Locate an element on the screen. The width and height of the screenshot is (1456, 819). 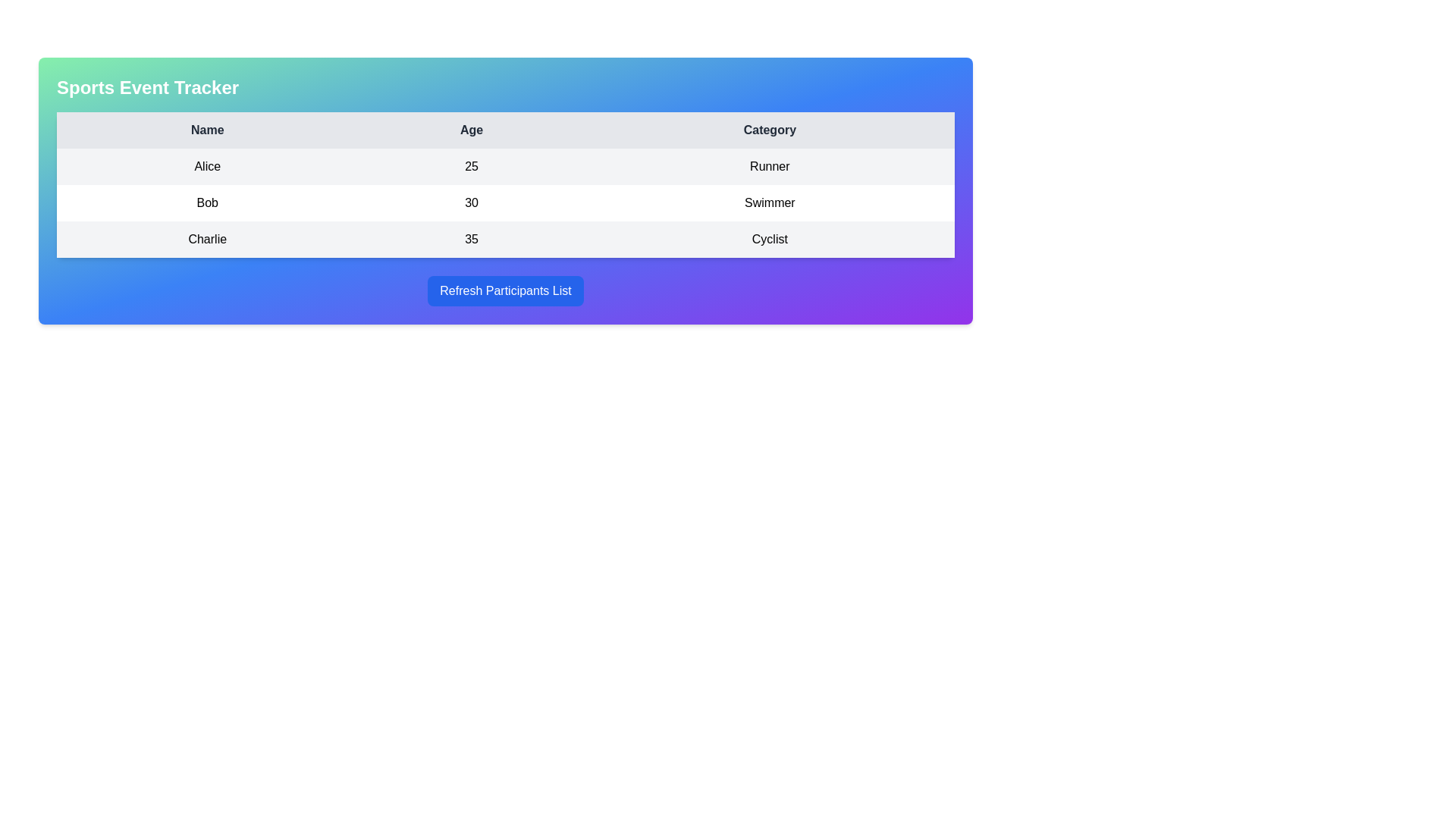
the static text element displaying 'Cyclist' located in the 'Category' column of the last row of the table, aligned under the participant 'Charlie' is located at coordinates (770, 239).